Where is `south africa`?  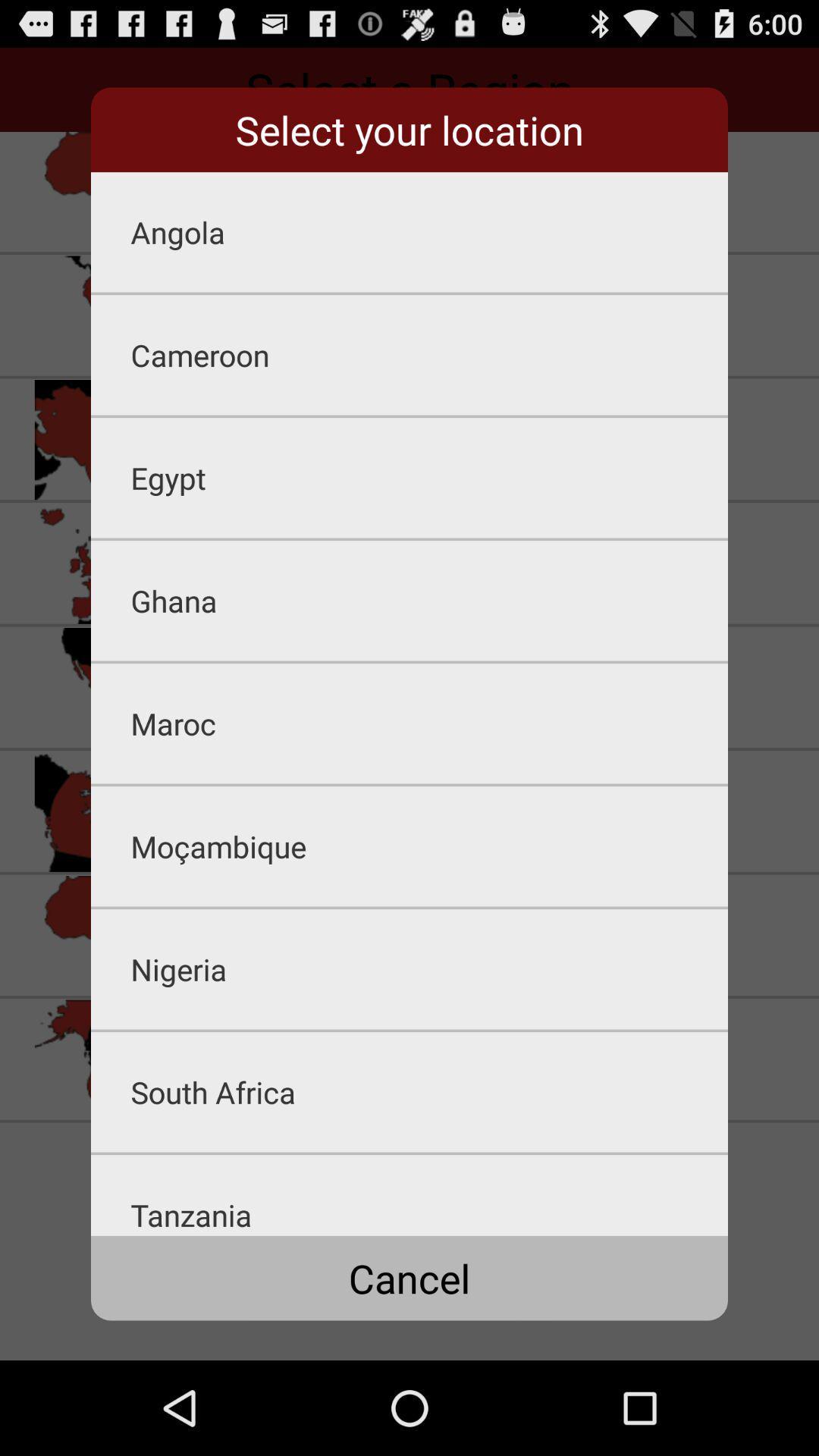 south africa is located at coordinates (429, 1092).